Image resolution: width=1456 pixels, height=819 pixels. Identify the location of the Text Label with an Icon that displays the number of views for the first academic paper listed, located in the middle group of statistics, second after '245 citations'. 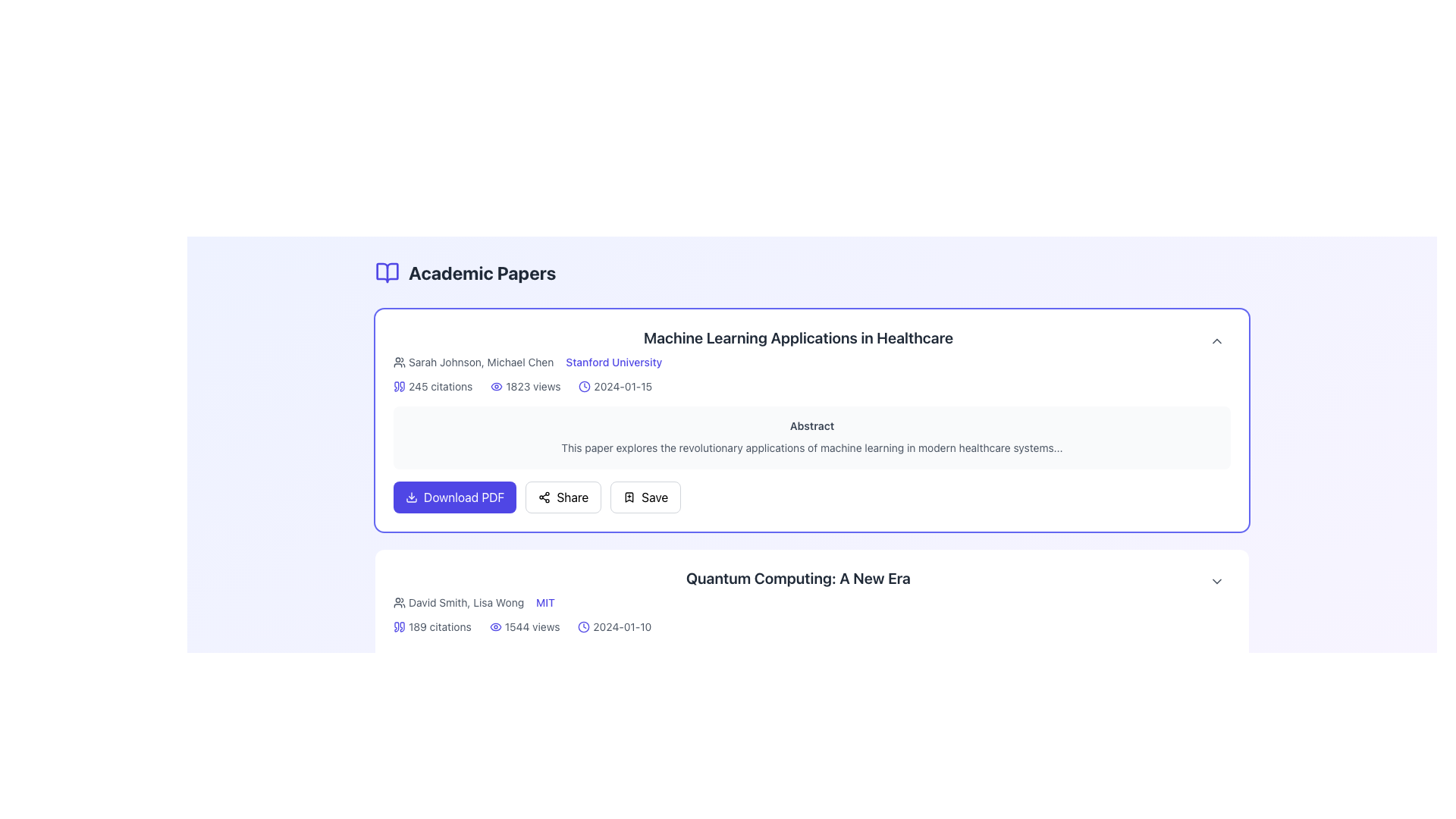
(526, 385).